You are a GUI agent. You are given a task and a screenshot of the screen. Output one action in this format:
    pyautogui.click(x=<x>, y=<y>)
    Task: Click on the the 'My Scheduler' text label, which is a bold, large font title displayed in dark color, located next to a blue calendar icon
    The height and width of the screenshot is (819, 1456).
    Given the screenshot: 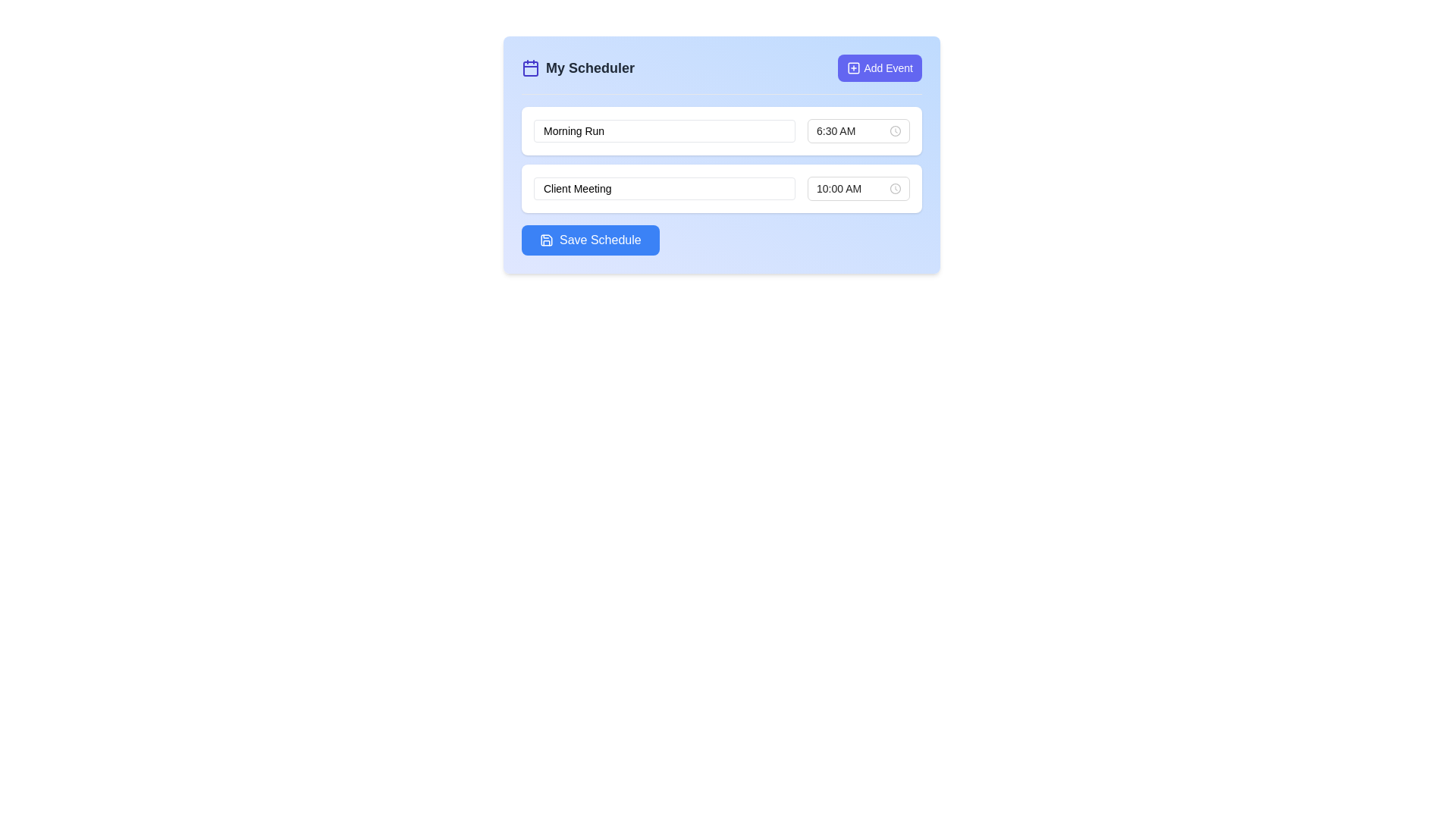 What is the action you would take?
    pyautogui.click(x=589, y=67)
    